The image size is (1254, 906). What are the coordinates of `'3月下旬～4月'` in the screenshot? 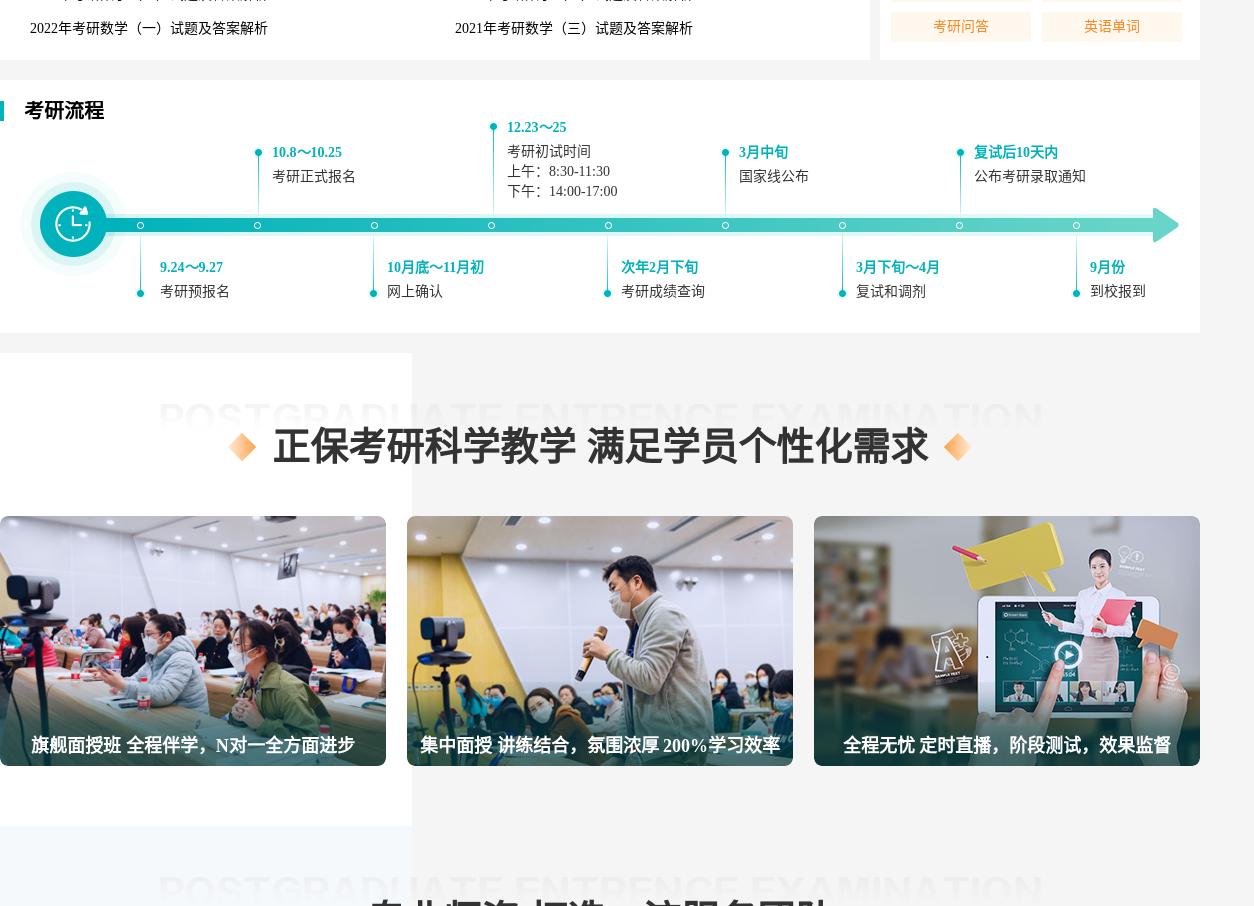 It's located at (897, 267).